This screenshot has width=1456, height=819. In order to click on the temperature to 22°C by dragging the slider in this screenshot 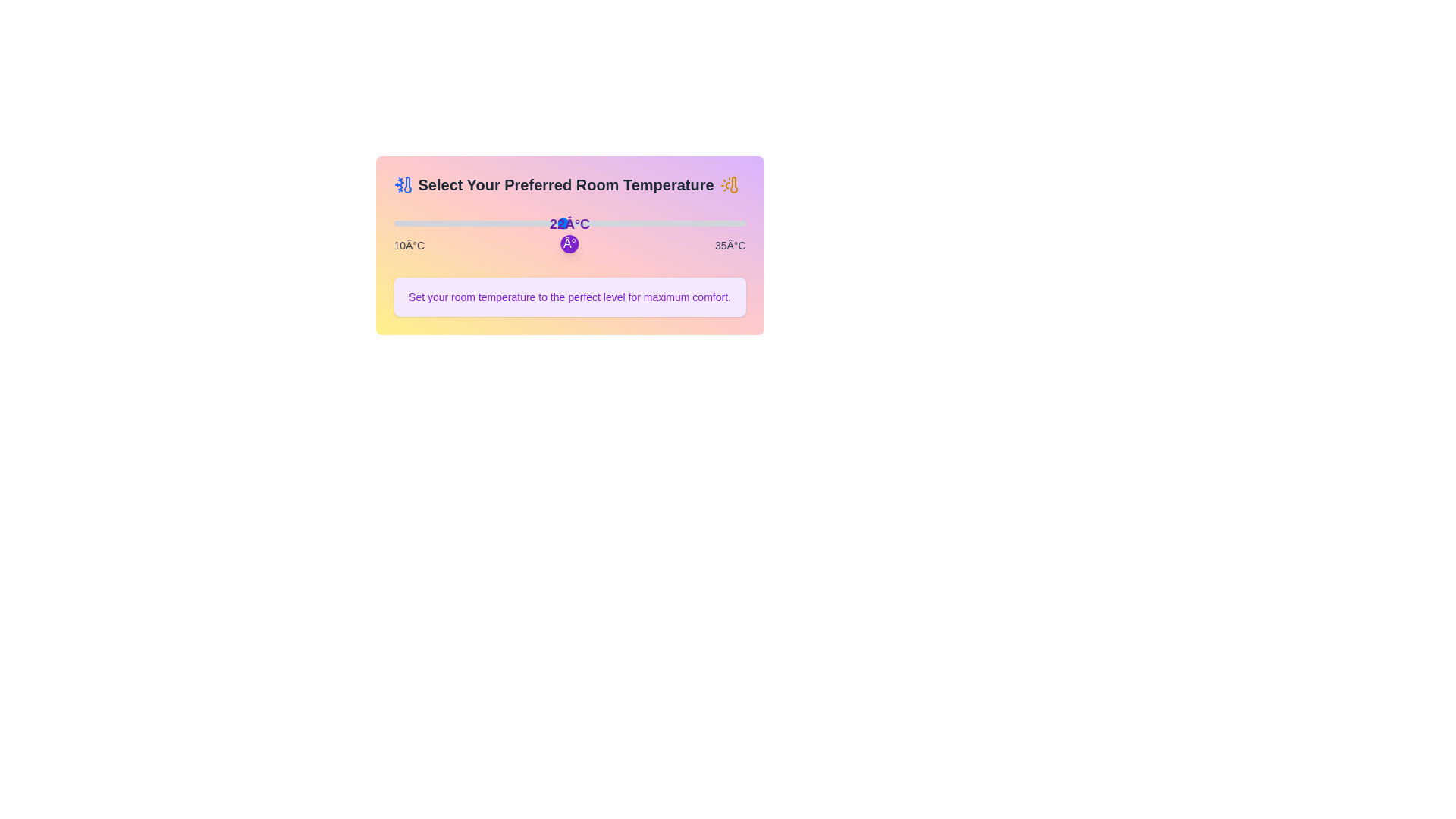, I will do `click(562, 223)`.